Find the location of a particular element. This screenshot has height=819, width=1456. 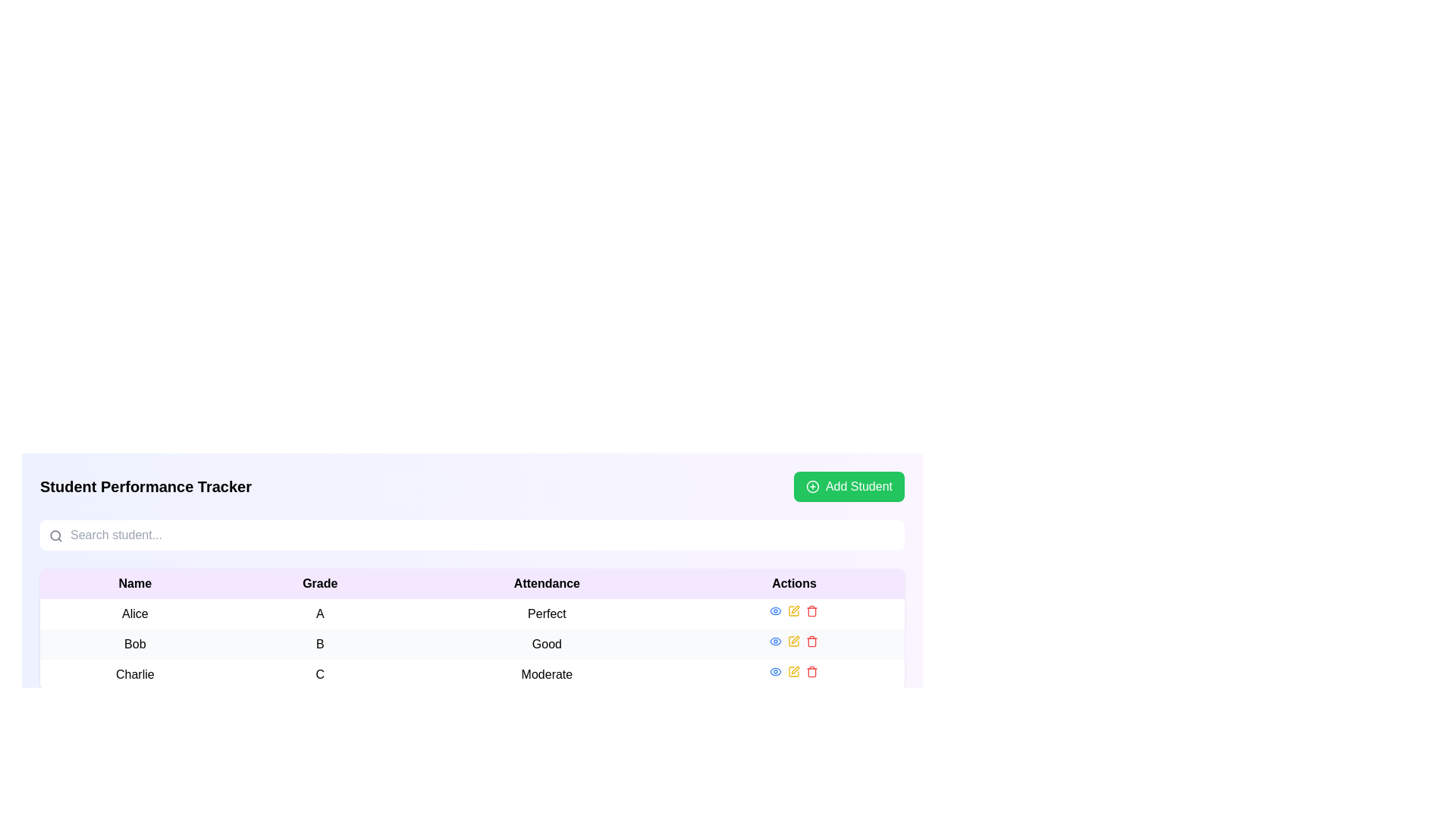

the yellow pencil icon button in the last row of the table under the 'Actions' column to initiate edit functionality is located at coordinates (793, 671).